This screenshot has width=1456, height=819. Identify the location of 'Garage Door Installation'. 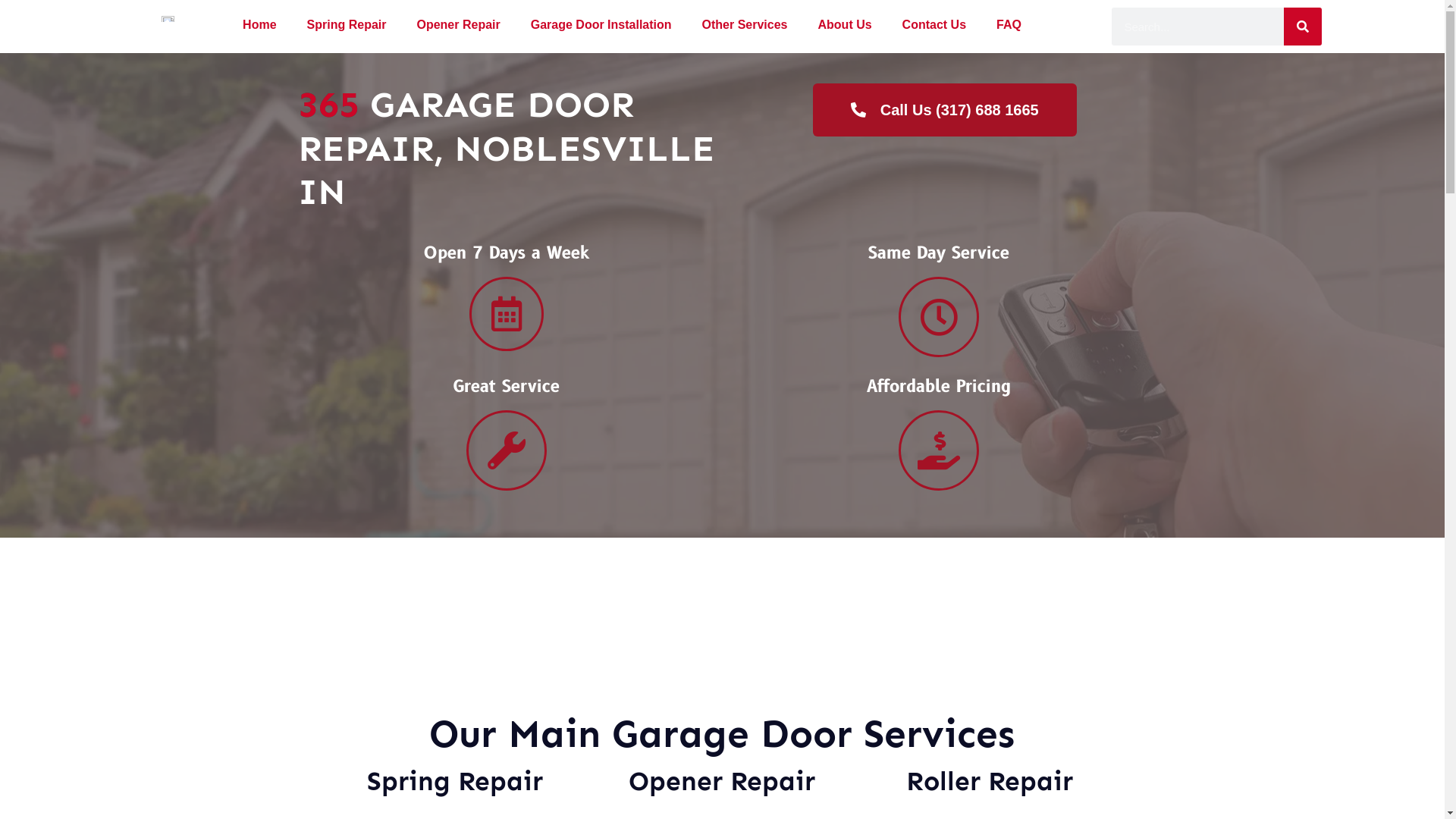
(516, 25).